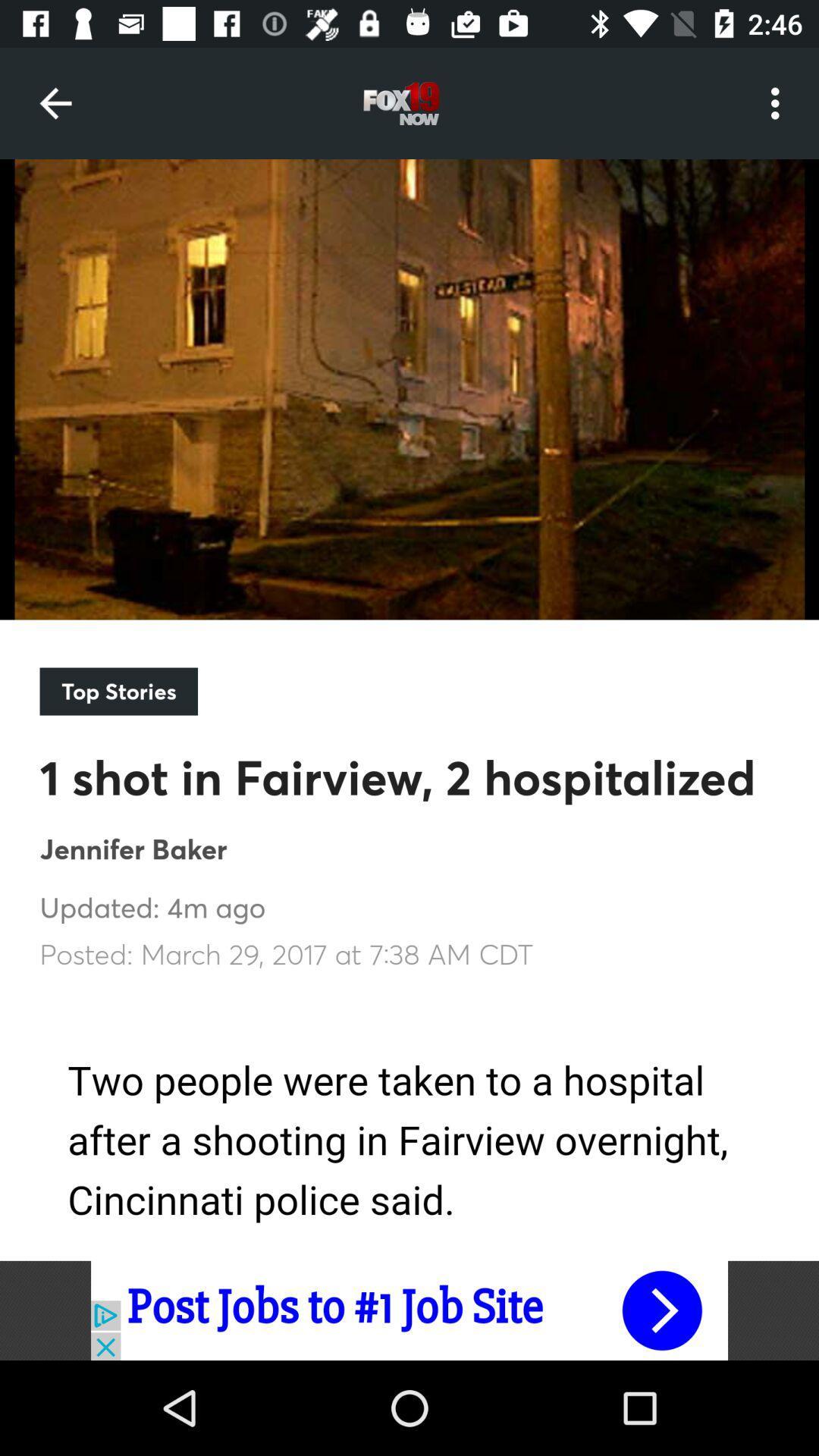 The height and width of the screenshot is (1456, 819). What do you see at coordinates (409, 1310) in the screenshot?
I see `advertisement` at bounding box center [409, 1310].